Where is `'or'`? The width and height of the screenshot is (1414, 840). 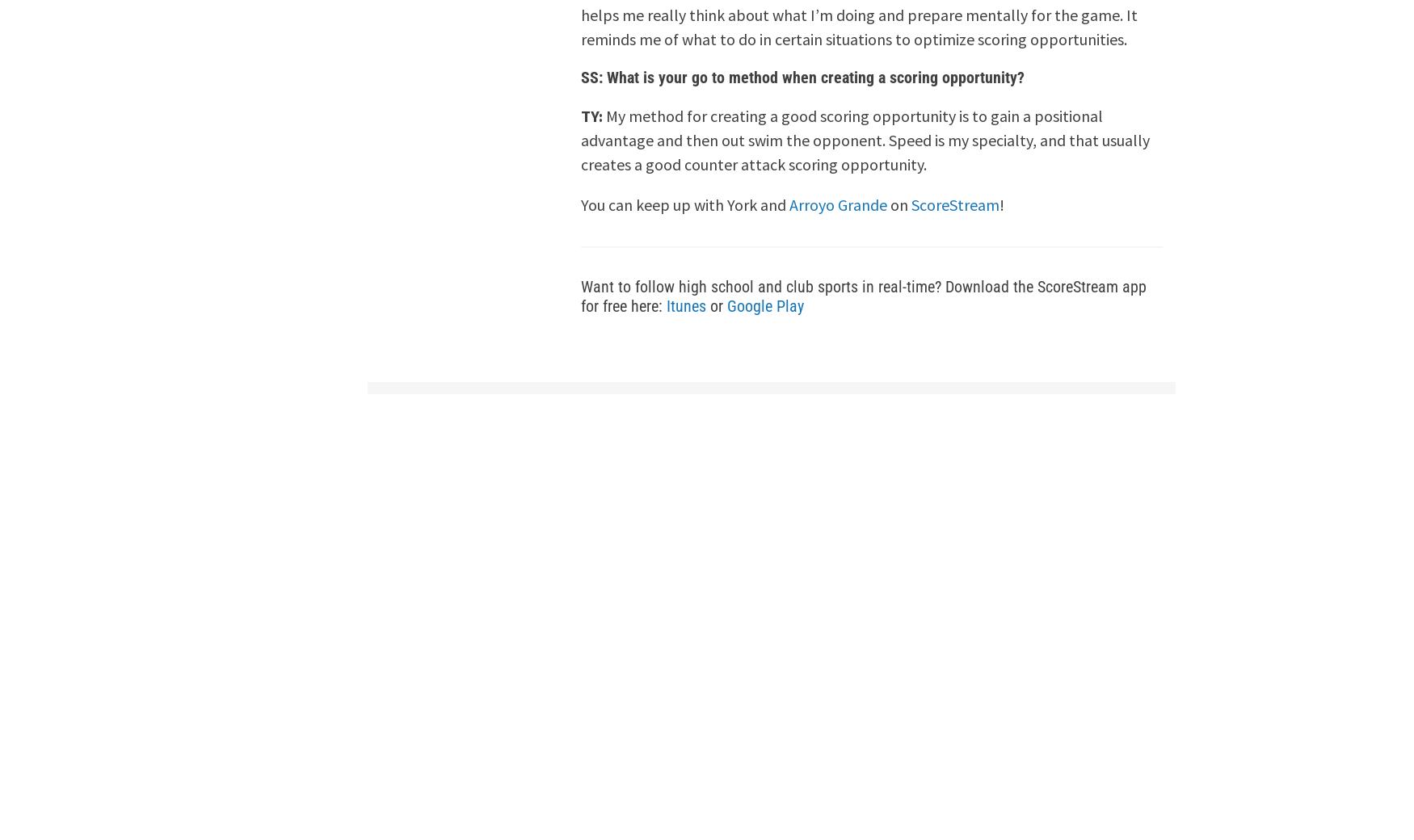 'or' is located at coordinates (716, 304).